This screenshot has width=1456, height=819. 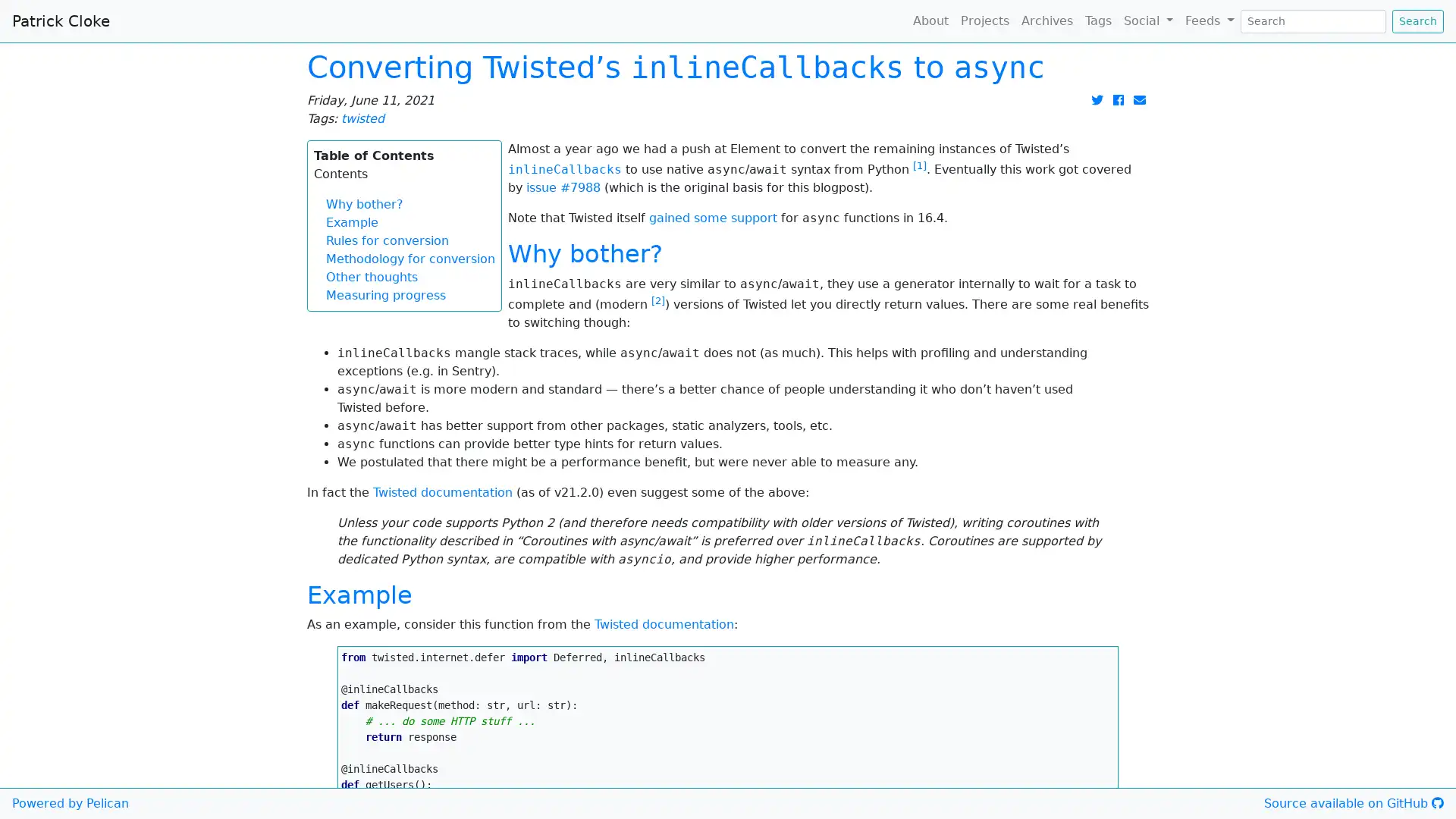 What do you see at coordinates (1417, 20) in the screenshot?
I see `Search` at bounding box center [1417, 20].